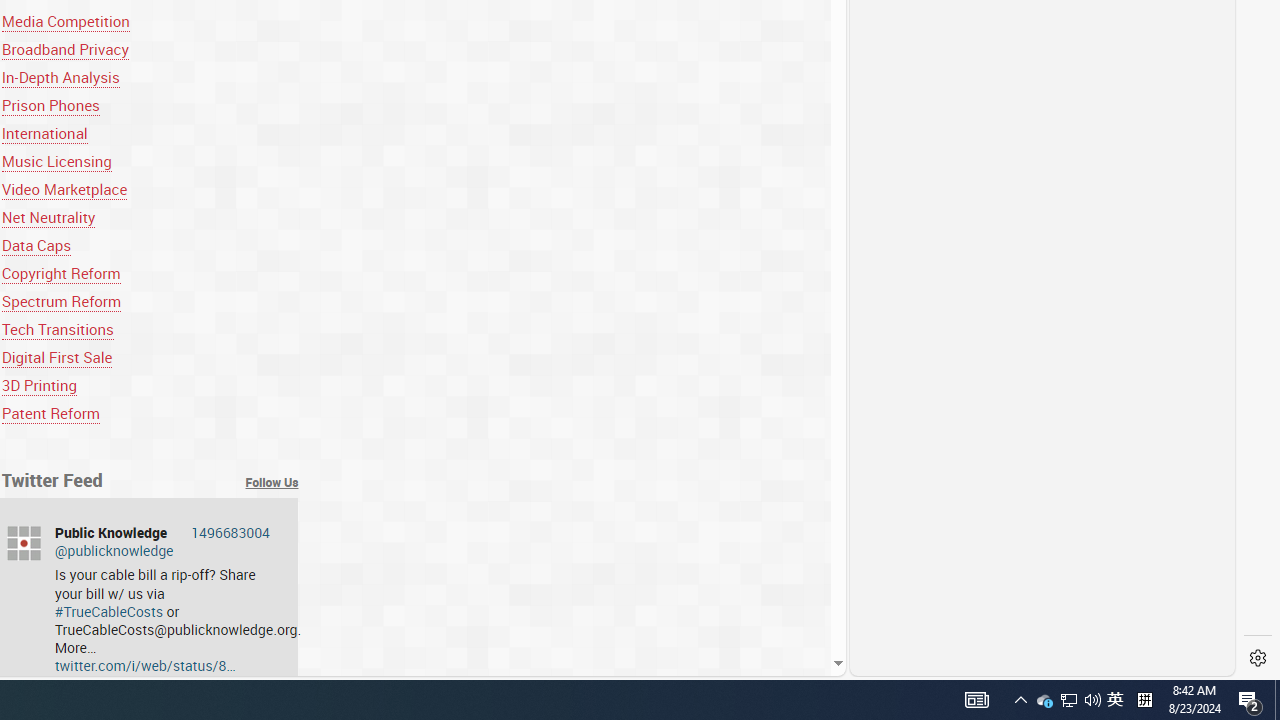 The width and height of the screenshot is (1280, 720). Describe the element at coordinates (57, 328) in the screenshot. I see `'Tech Transitions'` at that location.